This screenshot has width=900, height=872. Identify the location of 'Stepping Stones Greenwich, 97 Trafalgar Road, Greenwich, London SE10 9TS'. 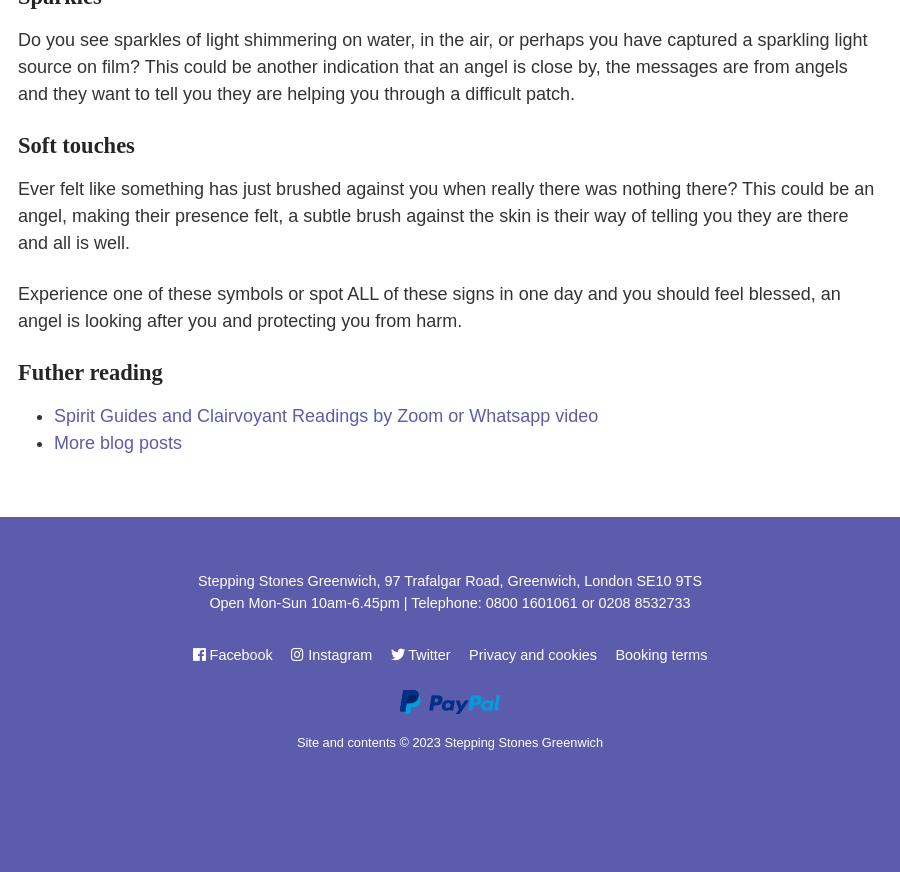
(198, 581).